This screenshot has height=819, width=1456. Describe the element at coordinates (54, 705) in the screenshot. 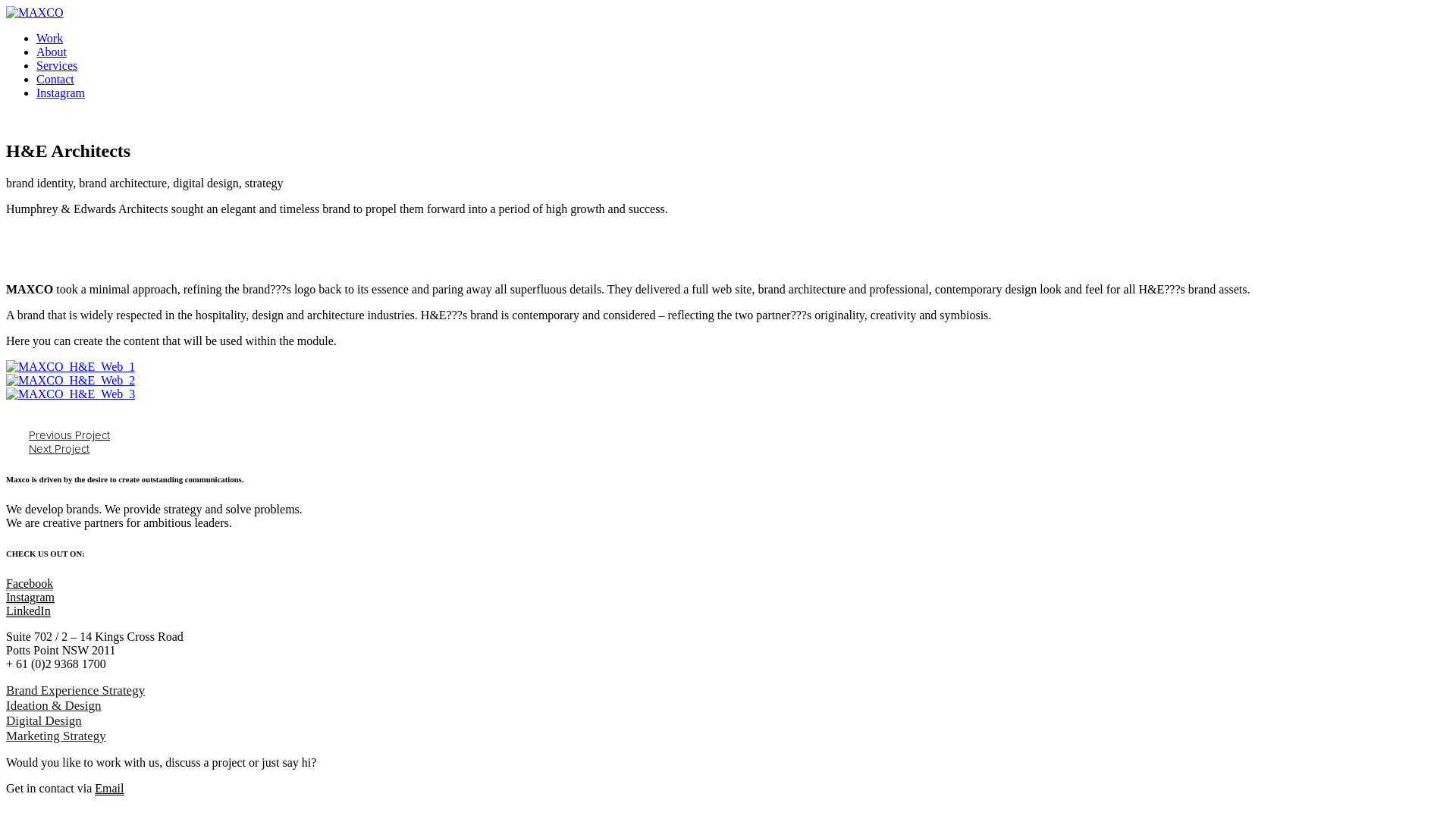

I see `'Ideation & Design'` at that location.